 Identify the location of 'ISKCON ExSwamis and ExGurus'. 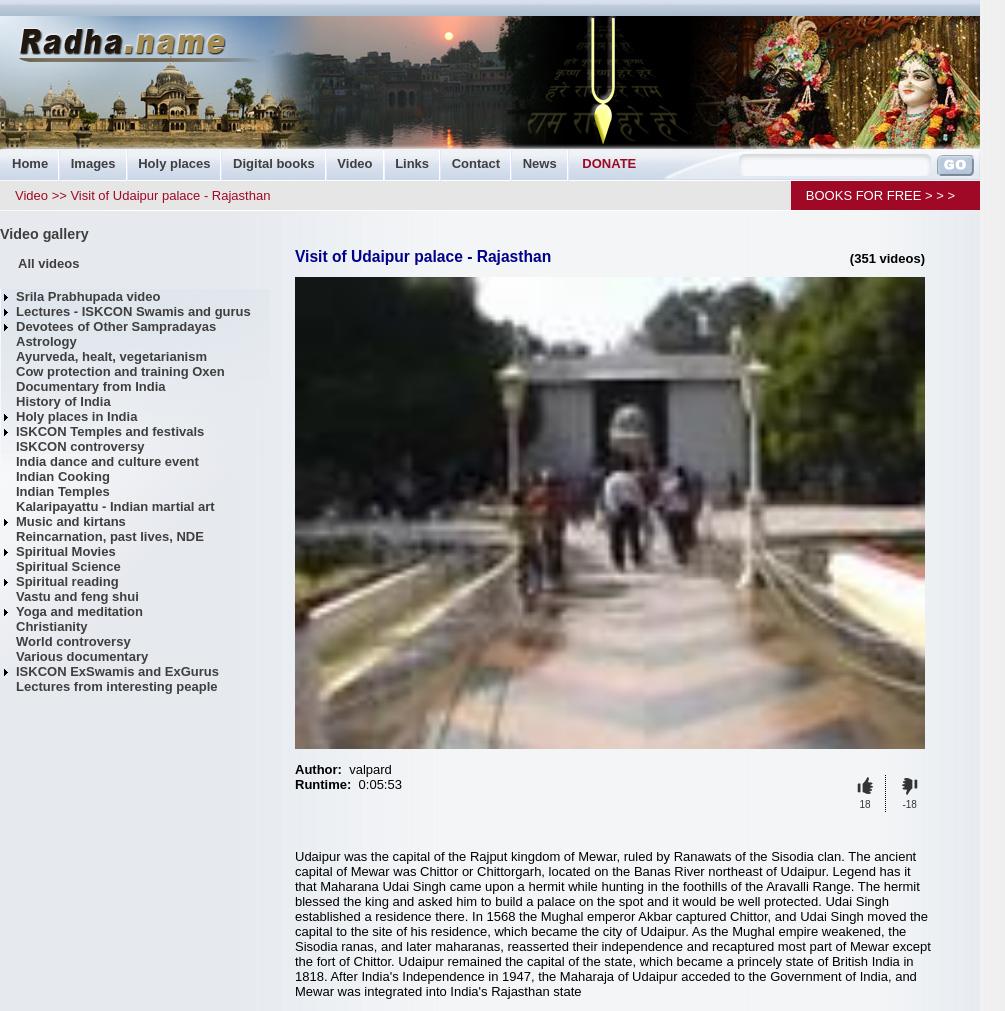
(15, 671).